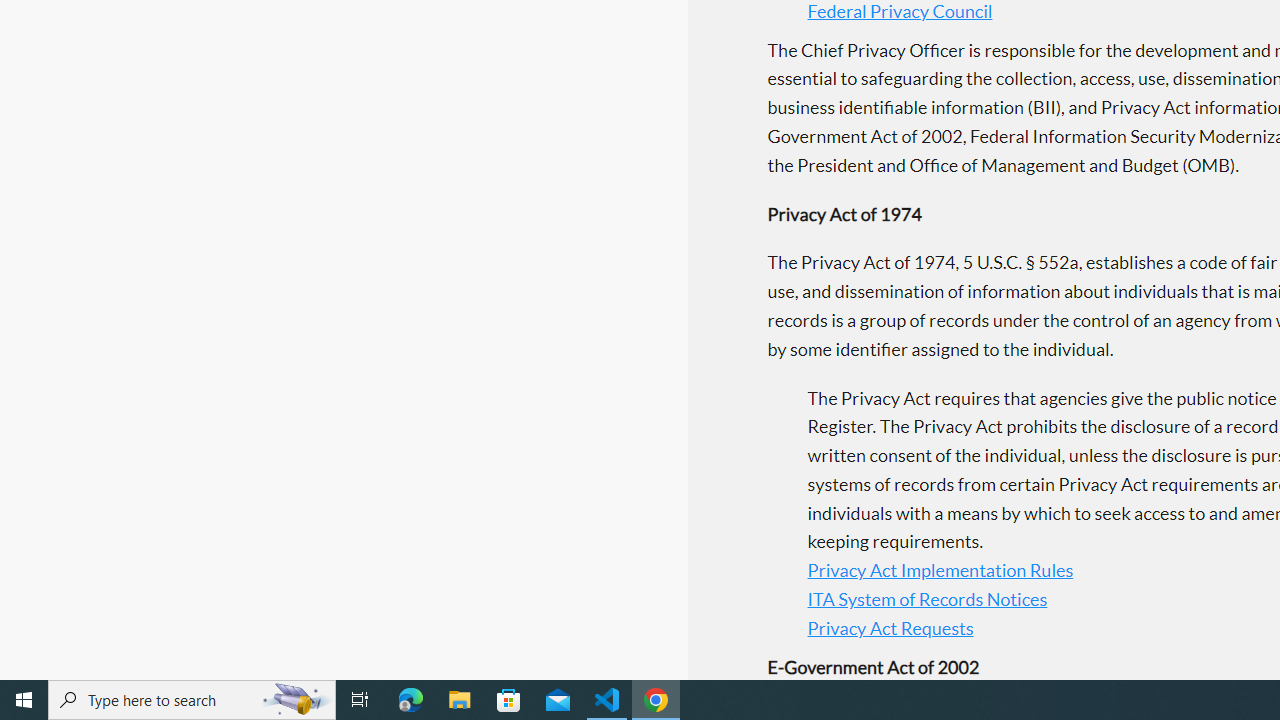  What do you see at coordinates (939, 570) in the screenshot?
I see `'Privacy Act Implementation Rules'` at bounding box center [939, 570].